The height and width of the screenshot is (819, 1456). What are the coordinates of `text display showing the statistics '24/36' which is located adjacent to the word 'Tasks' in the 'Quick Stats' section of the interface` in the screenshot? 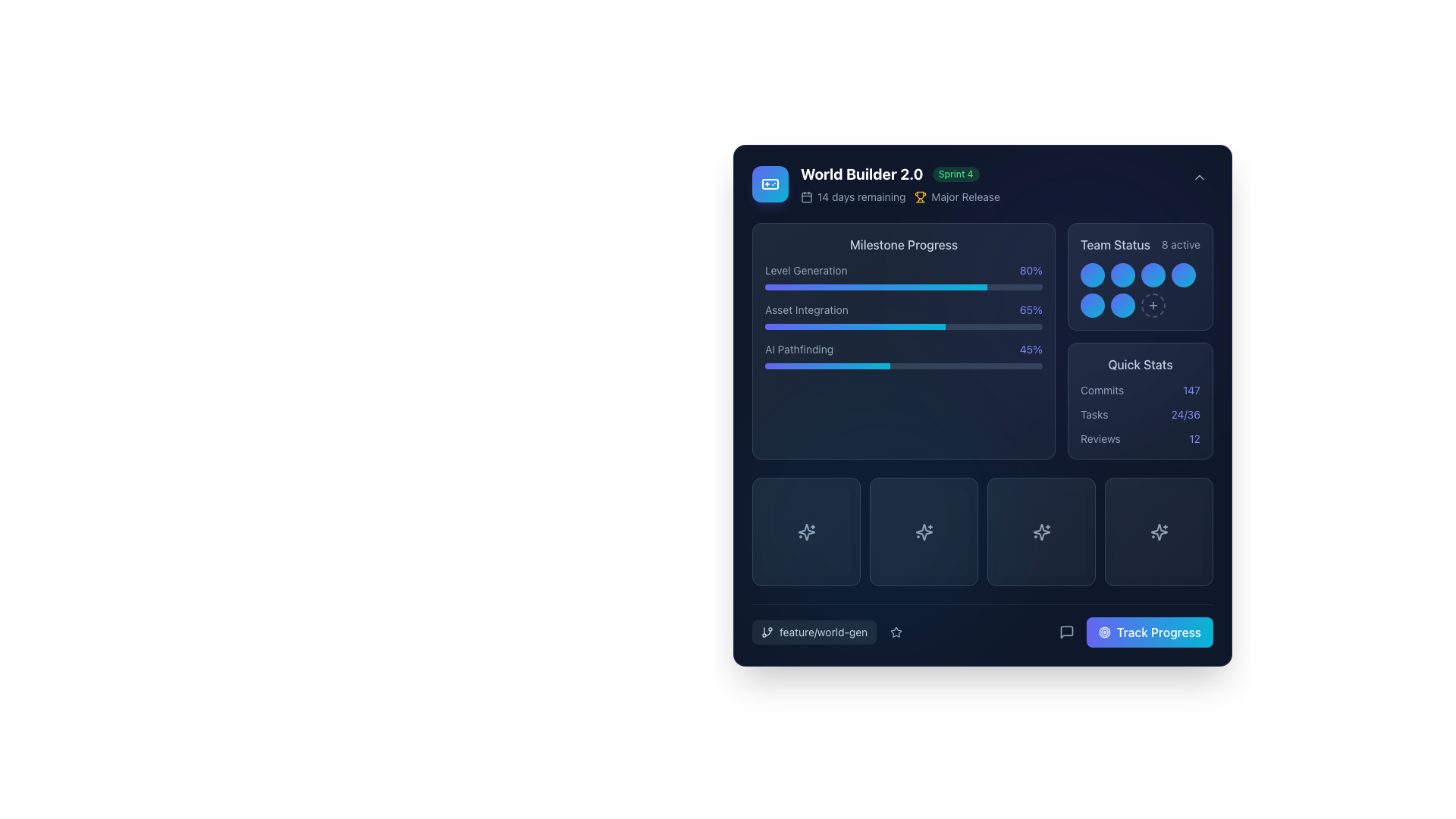 It's located at (1185, 415).